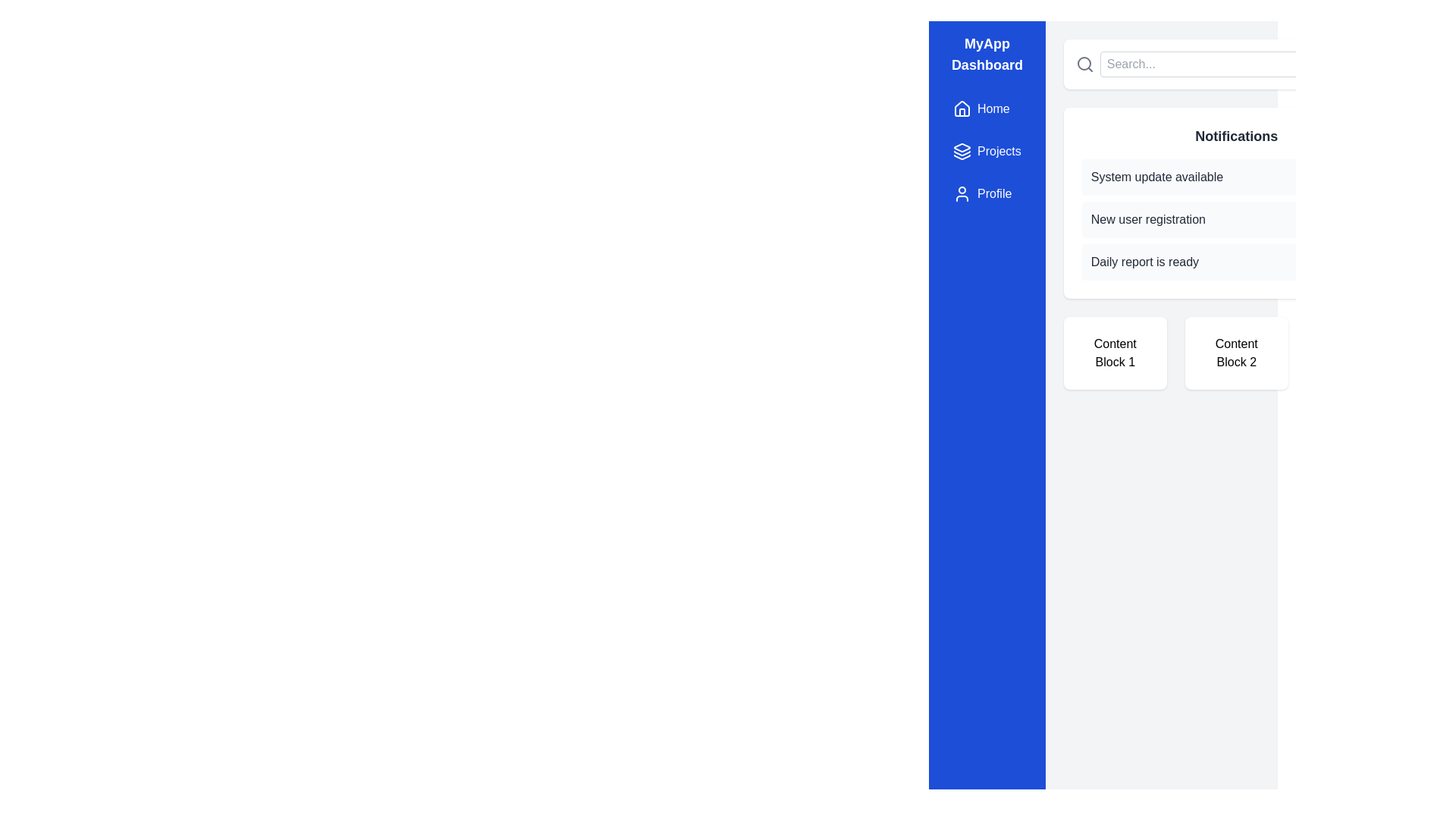 The width and height of the screenshot is (1456, 819). I want to click on the notification element that displays 'Daily report is ready' along with the 'View' link, located within the Notifications section, so click(1236, 262).